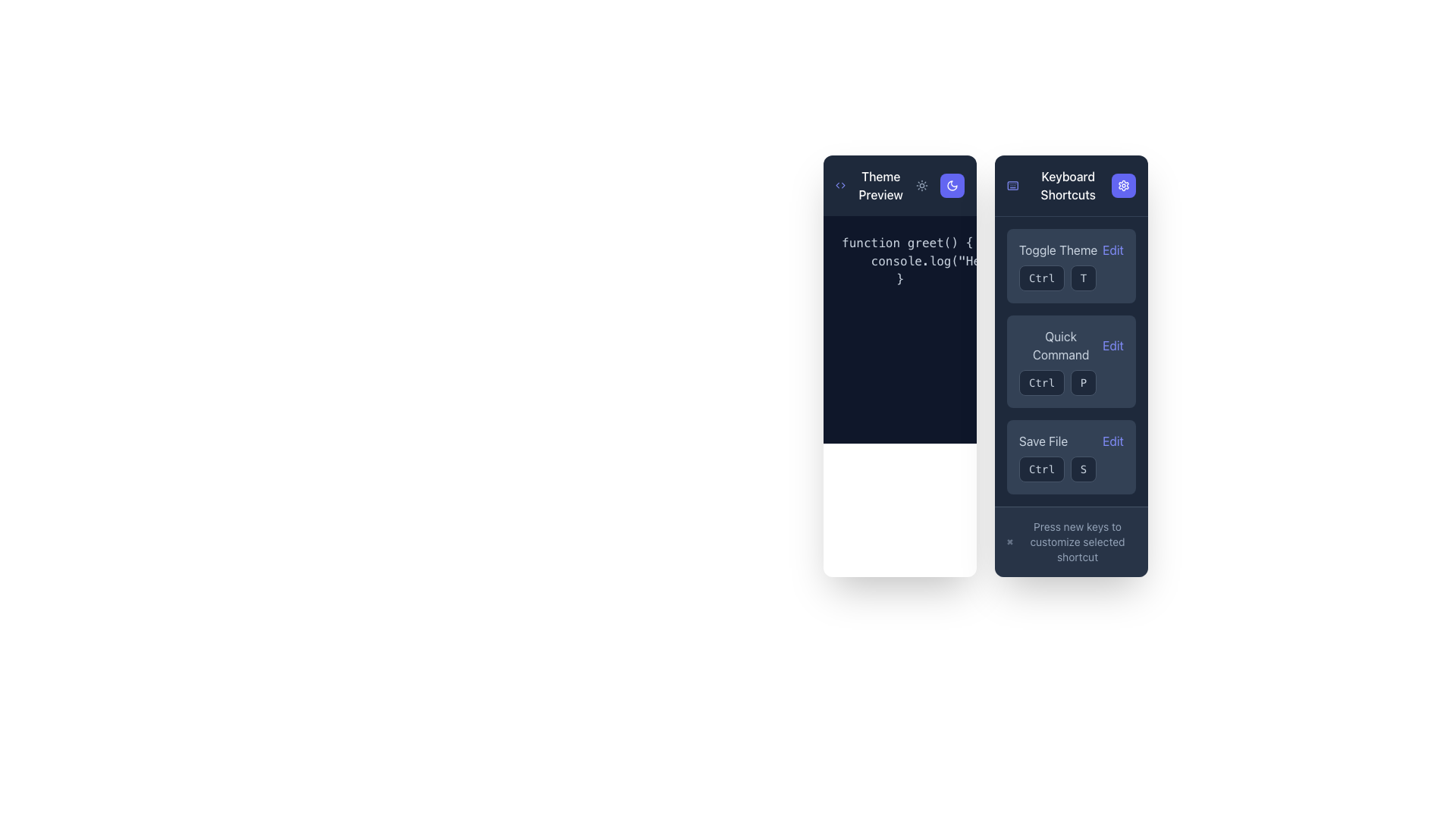 The image size is (1456, 819). Describe the element at coordinates (1058, 185) in the screenshot. I see `the Label with Icon indicating keyboard shortcuts, located at the top of the right-side panel, adjacent to the settings button` at that location.